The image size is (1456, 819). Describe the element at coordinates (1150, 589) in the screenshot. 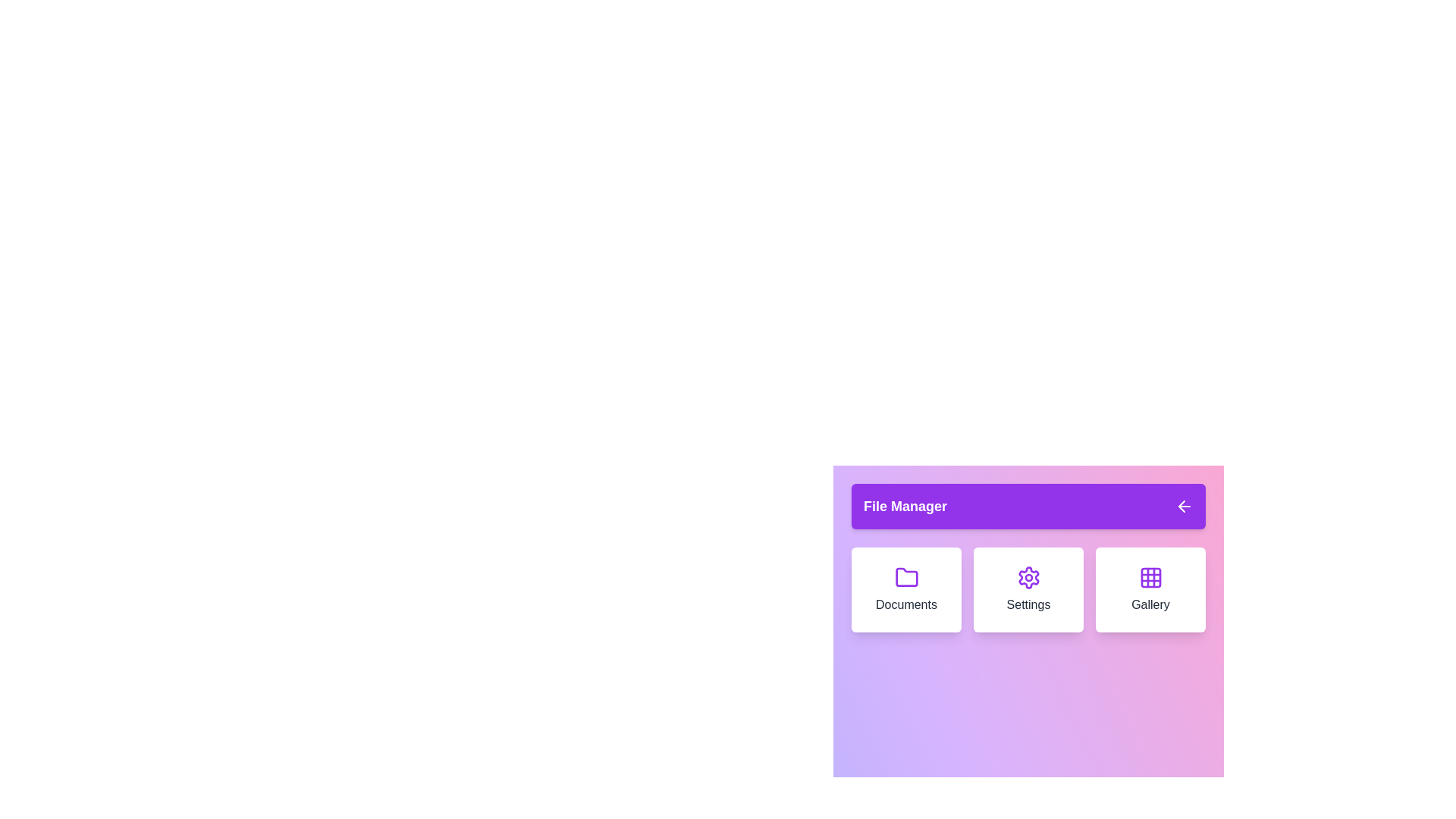

I see `the 'Gallery' item to view the gallery` at that location.